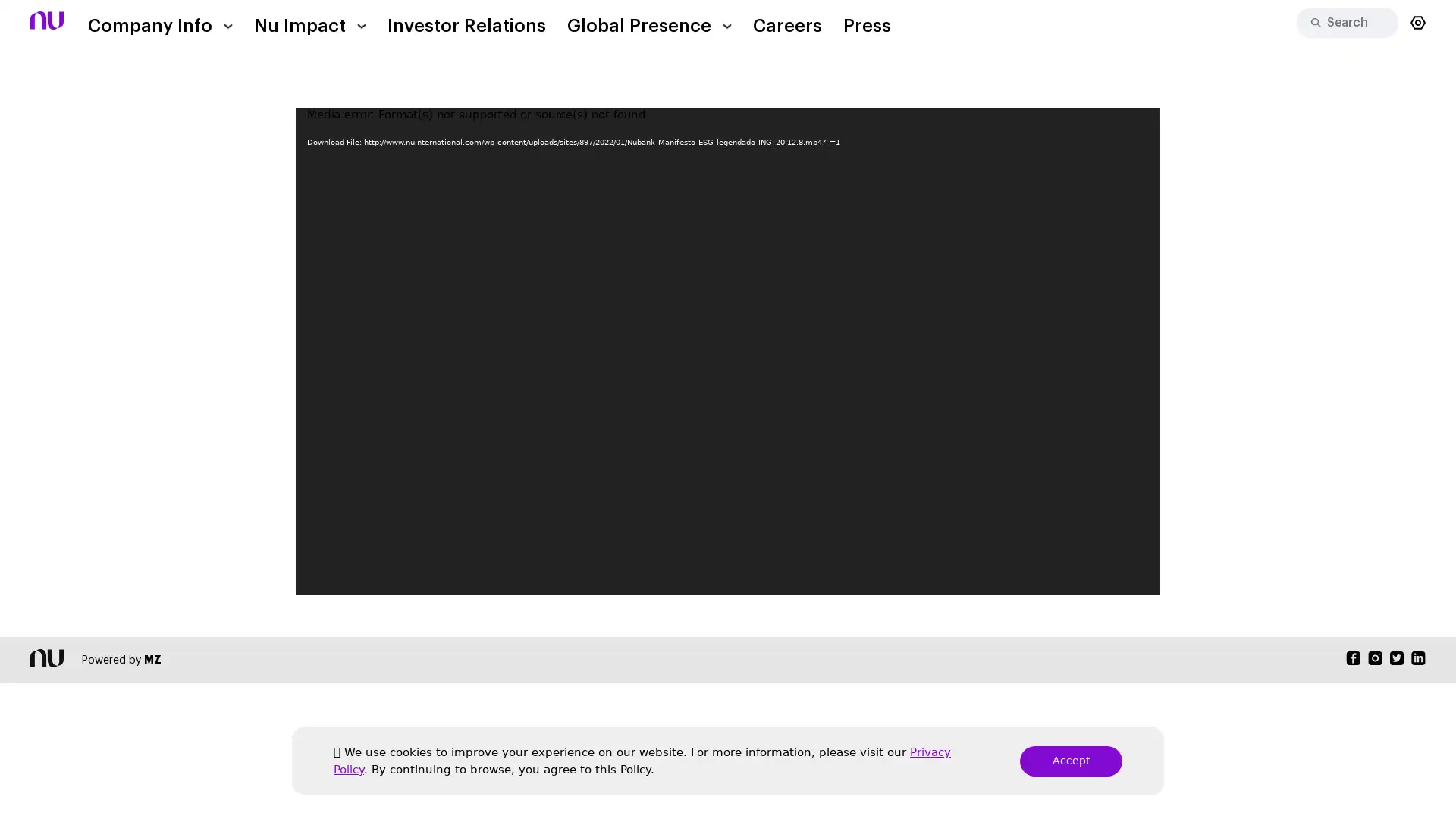 This screenshot has height=819, width=1456. I want to click on Fullscreen, so click(1140, 579).